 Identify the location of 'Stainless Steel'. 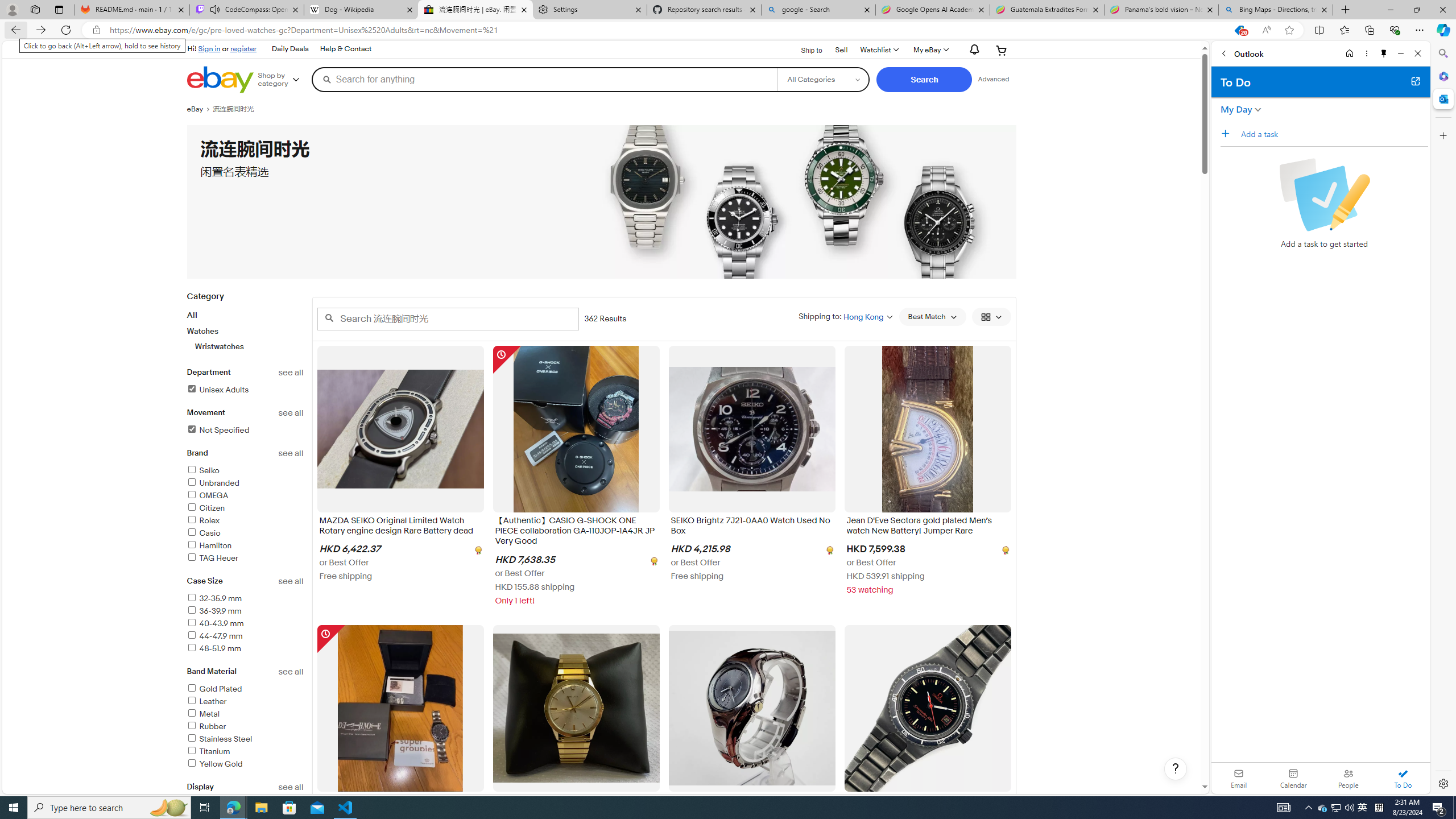
(218, 738).